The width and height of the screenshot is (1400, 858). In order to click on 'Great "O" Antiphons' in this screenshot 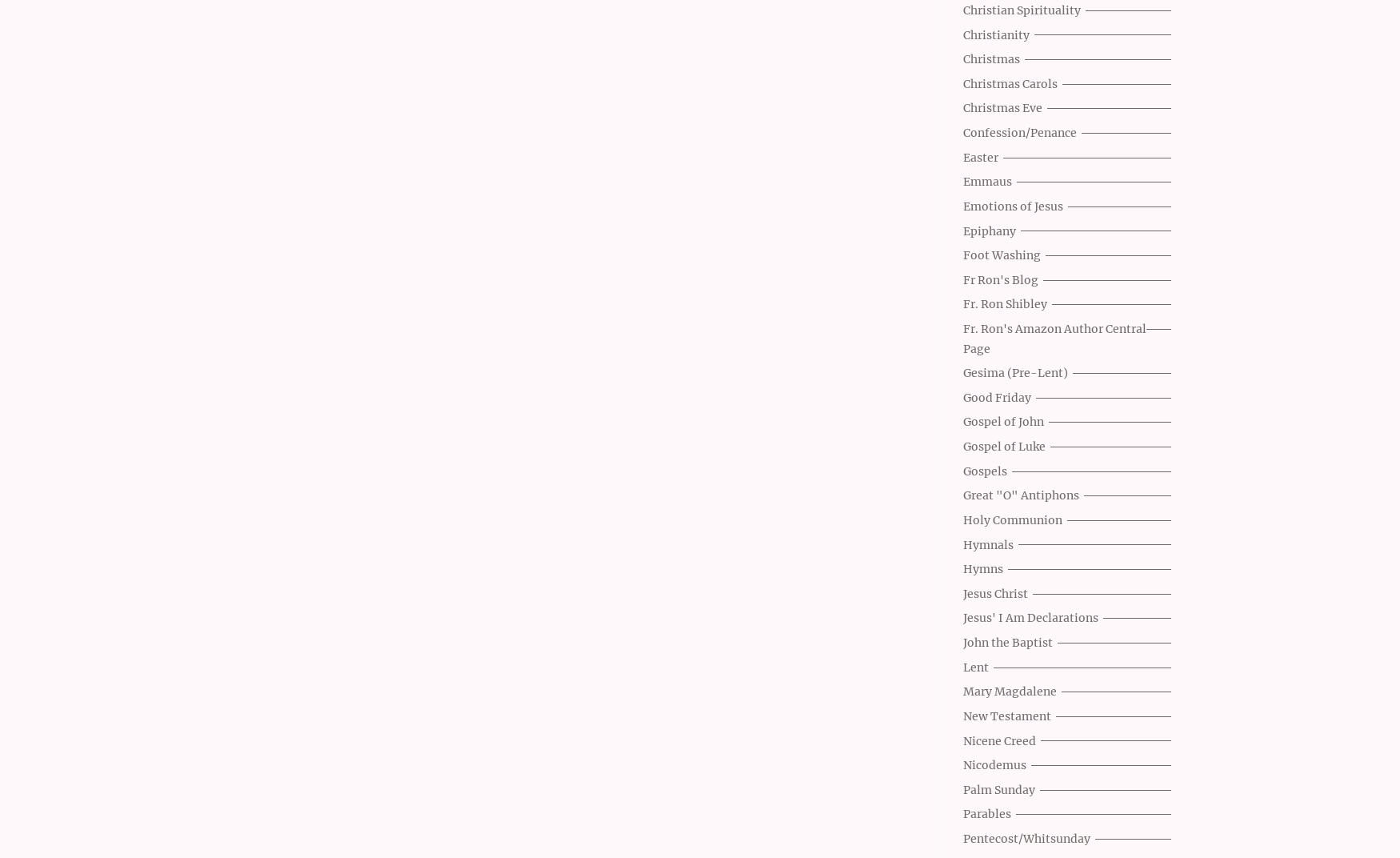, I will do `click(963, 495)`.